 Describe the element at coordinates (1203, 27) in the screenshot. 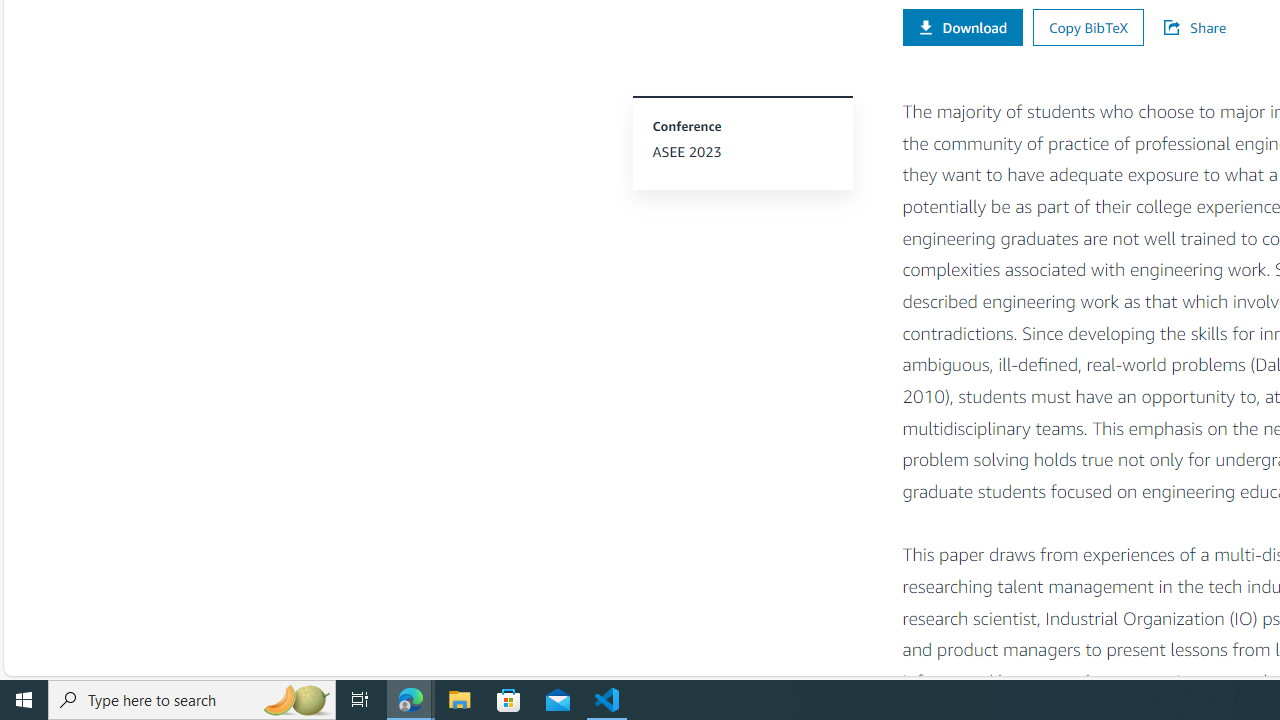

I see `'Share'` at that location.